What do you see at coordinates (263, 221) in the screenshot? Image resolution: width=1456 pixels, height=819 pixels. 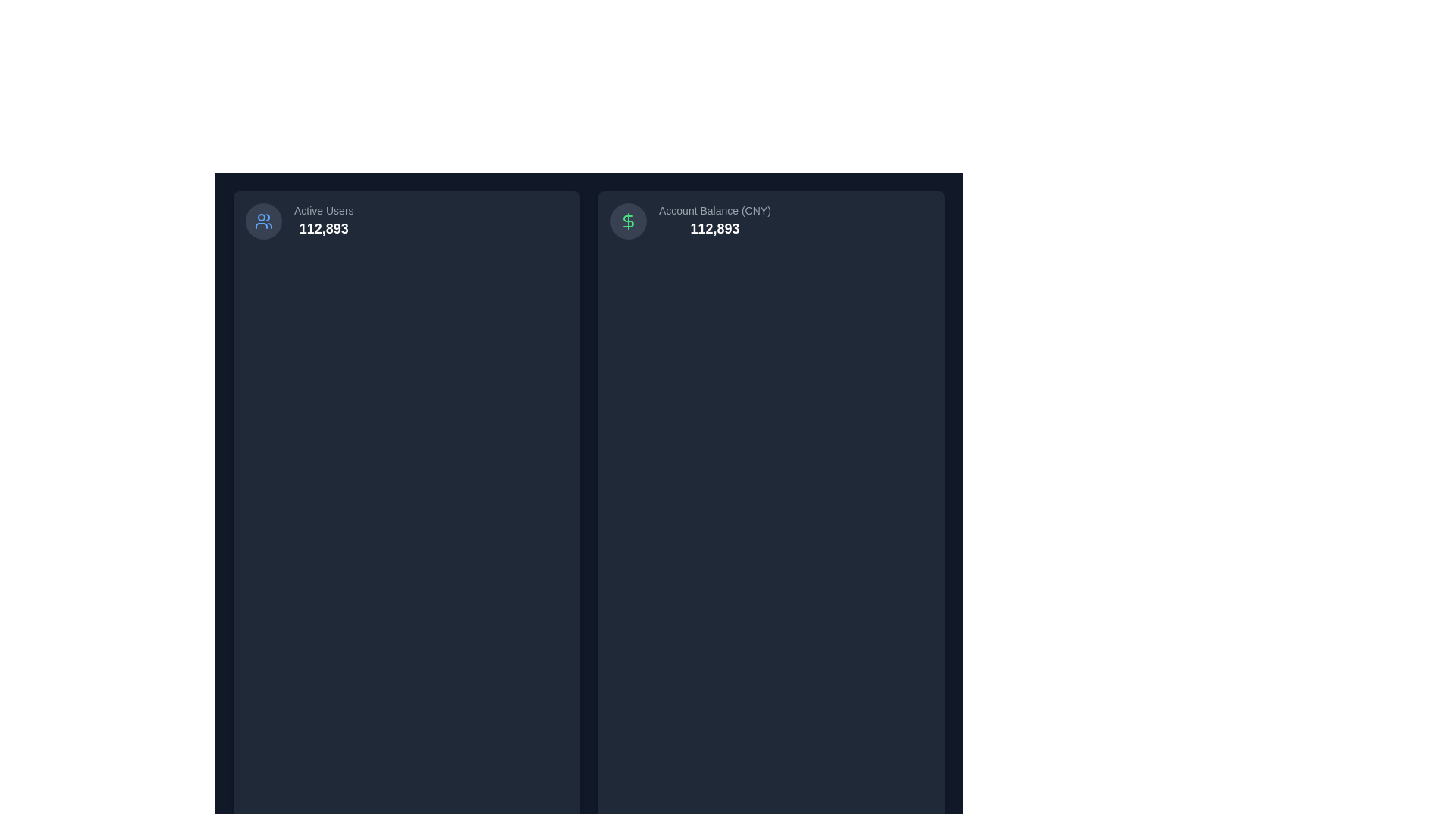 I see `the circular icon with a dark gray background and blue outline of two user figures, located at the top-left corner of the card about active users` at bounding box center [263, 221].